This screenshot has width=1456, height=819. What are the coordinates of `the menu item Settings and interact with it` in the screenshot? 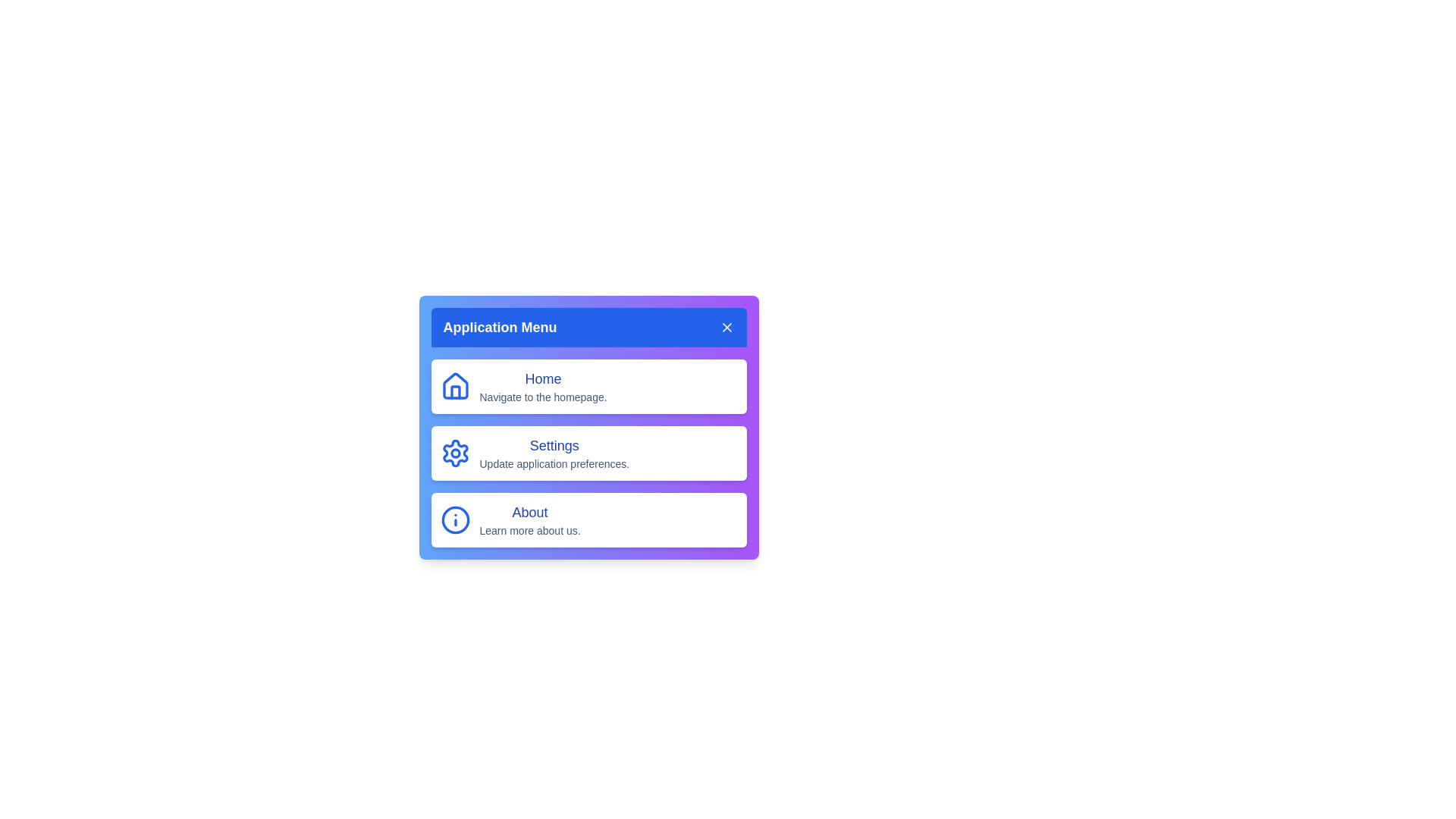 It's located at (588, 452).